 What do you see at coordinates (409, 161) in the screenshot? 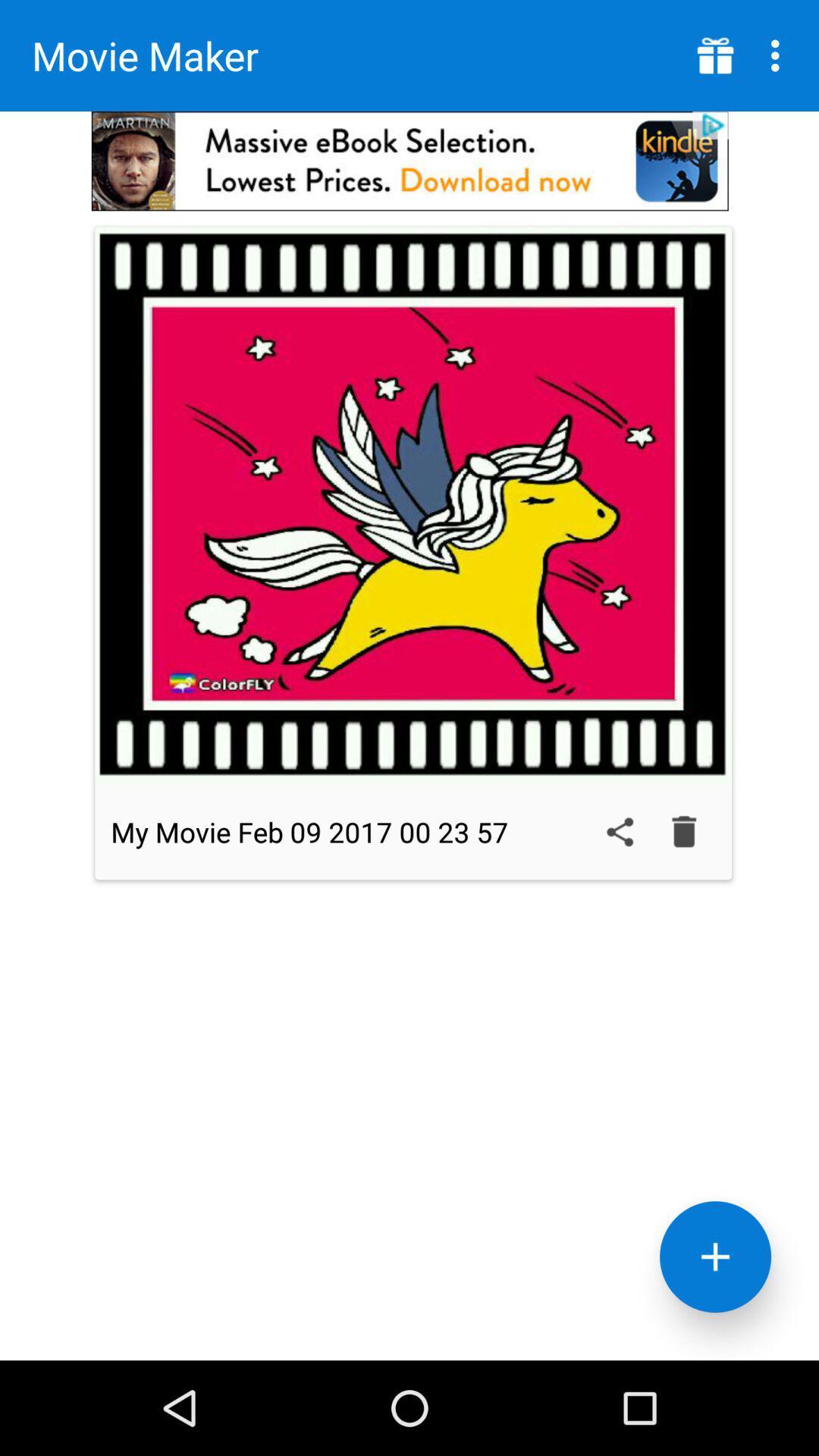
I see `visit advertiser` at bounding box center [409, 161].